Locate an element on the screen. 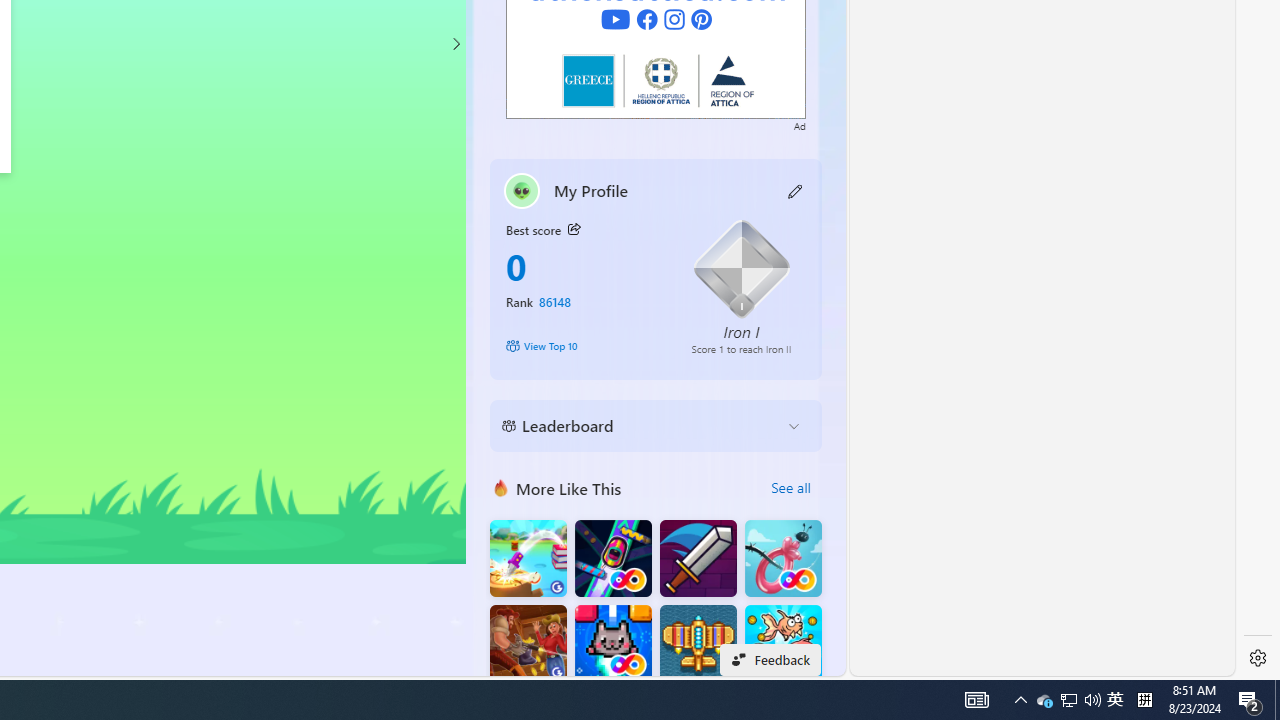  'Dungeon Master Knight' is located at coordinates (698, 558).